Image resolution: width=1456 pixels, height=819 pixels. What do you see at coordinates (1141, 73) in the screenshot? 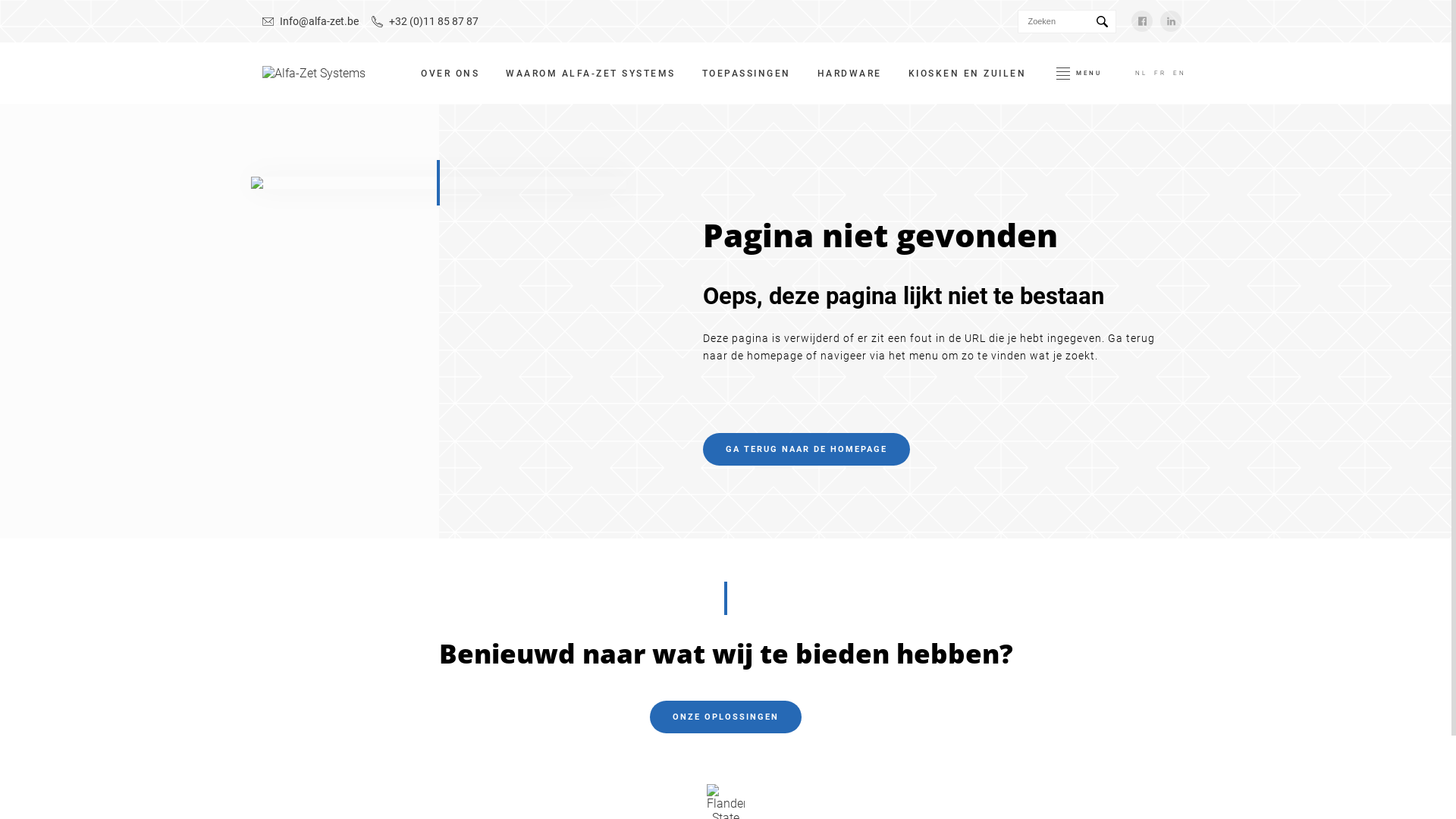
I see `'NL'` at bounding box center [1141, 73].